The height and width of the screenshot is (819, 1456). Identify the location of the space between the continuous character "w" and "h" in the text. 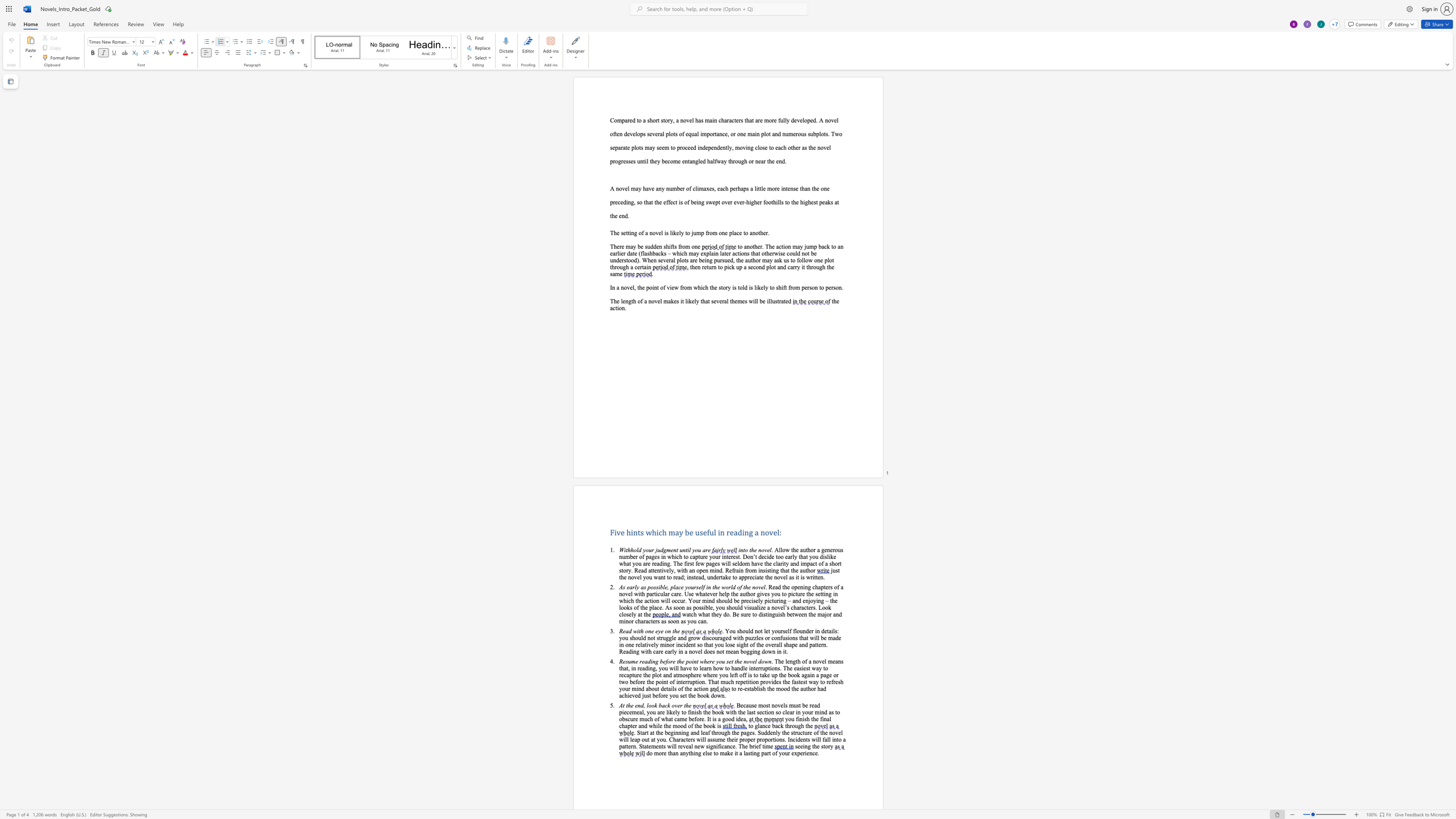
(703, 661).